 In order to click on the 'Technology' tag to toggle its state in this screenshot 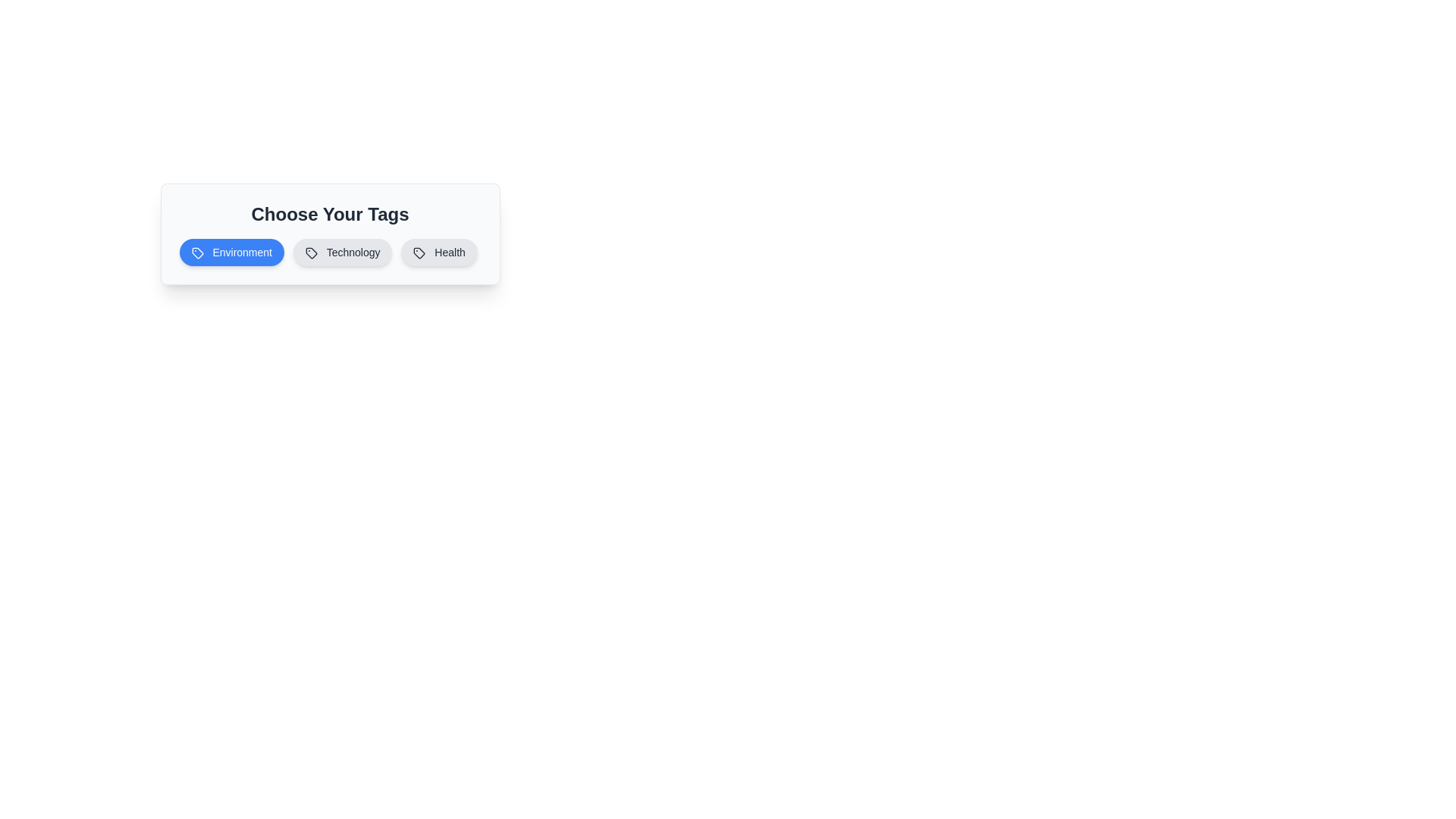, I will do `click(341, 251)`.